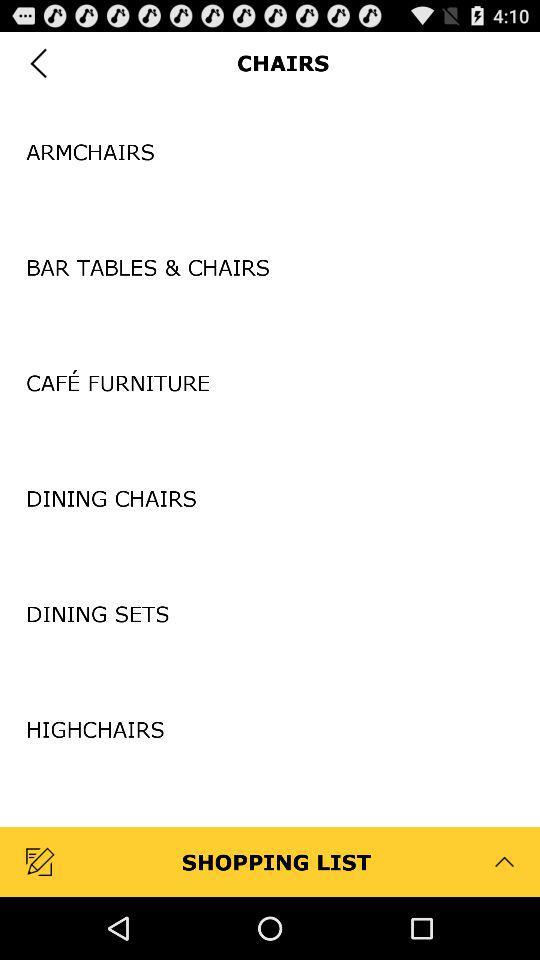 The height and width of the screenshot is (960, 540). I want to click on the arrow beside right to shopping list, so click(503, 860).